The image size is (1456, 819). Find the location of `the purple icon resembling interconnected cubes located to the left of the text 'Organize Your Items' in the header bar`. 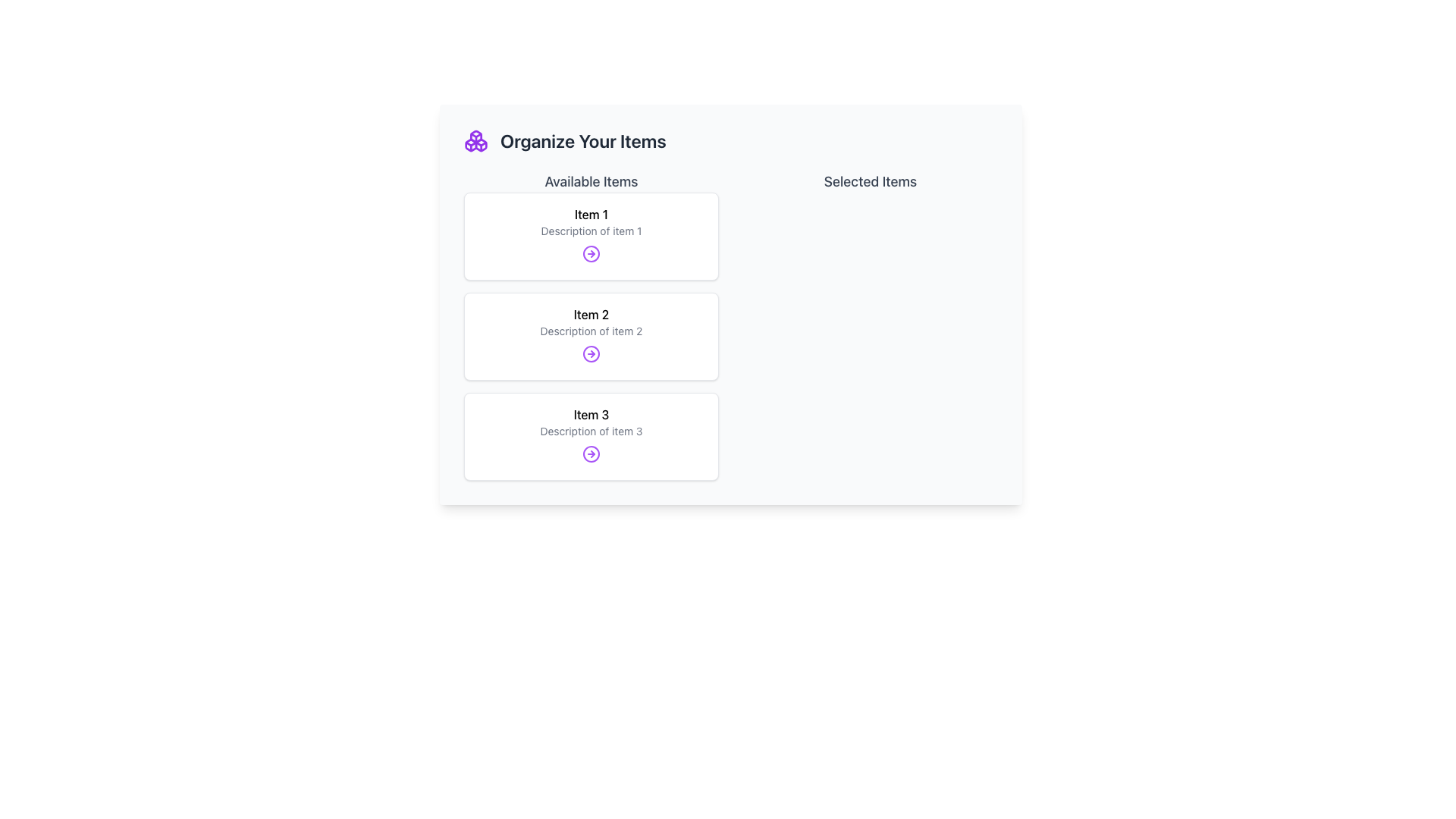

the purple icon resembling interconnected cubes located to the left of the text 'Organize Your Items' in the header bar is located at coordinates (475, 140).